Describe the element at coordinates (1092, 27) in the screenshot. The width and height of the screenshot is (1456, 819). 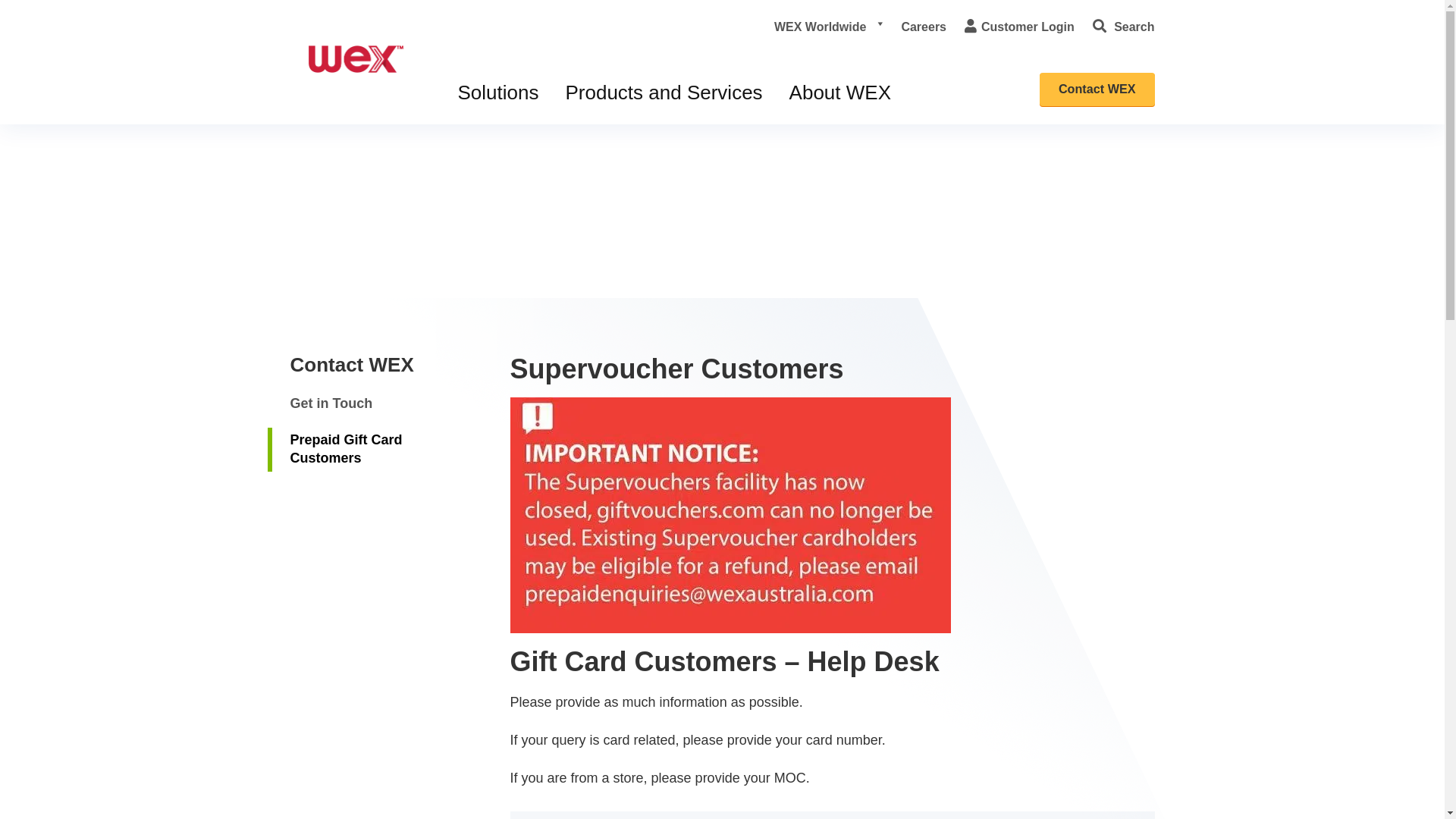
I see `'Search'` at that location.